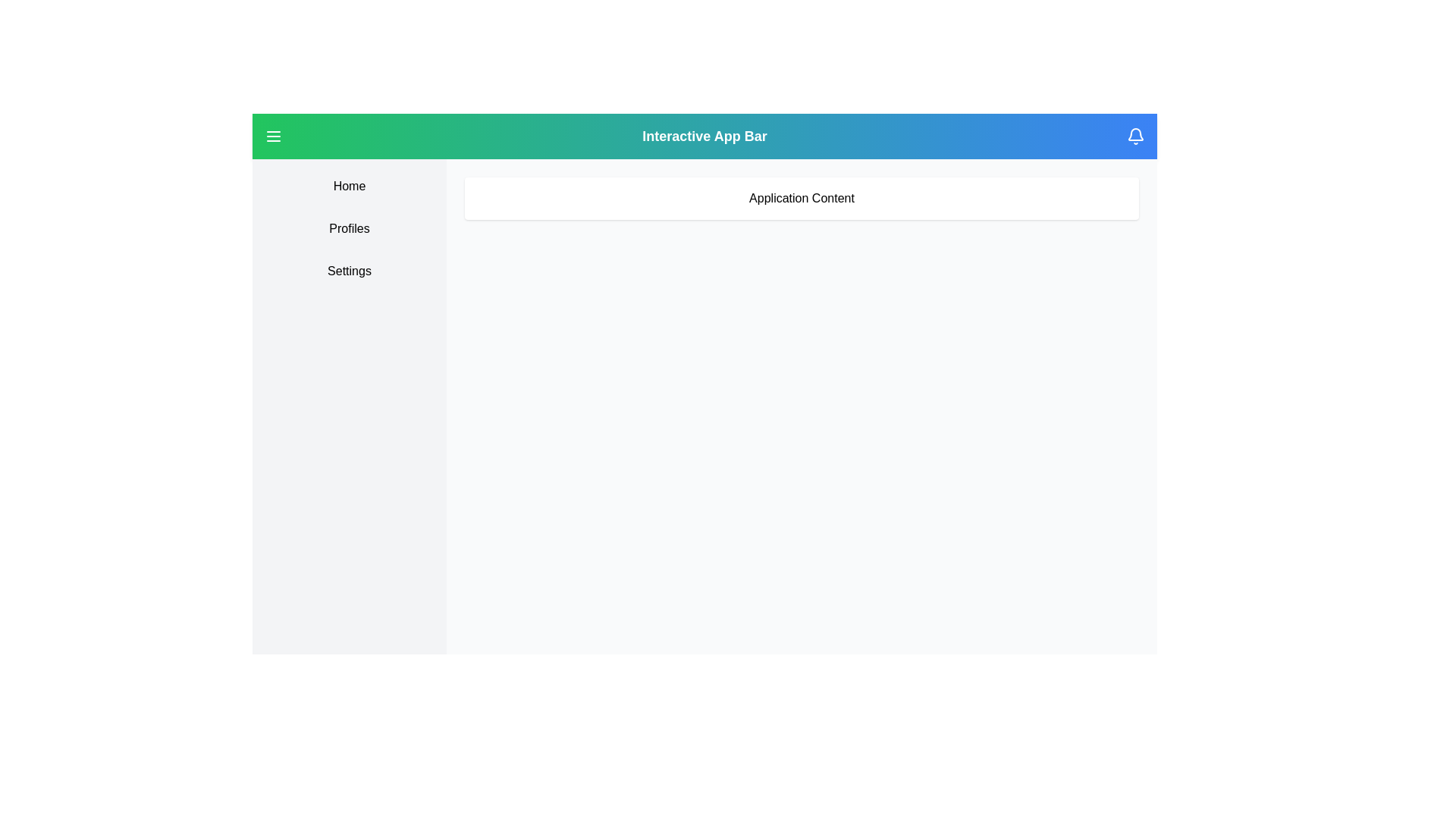  Describe the element at coordinates (273, 136) in the screenshot. I see `the menu button to toggle the sidebar visibility` at that location.